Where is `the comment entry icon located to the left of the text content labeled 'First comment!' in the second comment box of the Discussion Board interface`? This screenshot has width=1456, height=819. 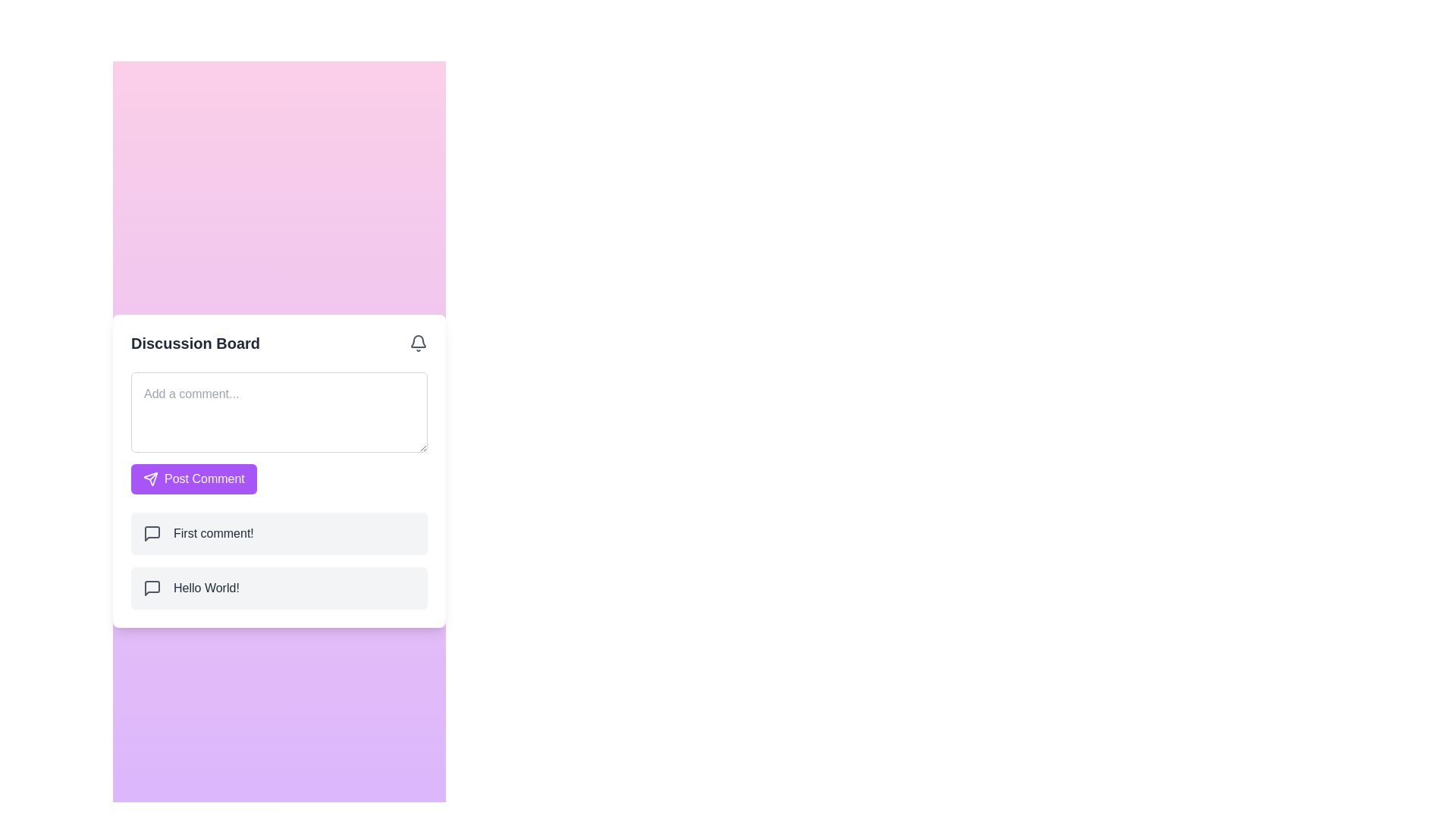 the comment entry icon located to the left of the text content labeled 'First comment!' in the second comment box of the Discussion Board interface is located at coordinates (152, 532).